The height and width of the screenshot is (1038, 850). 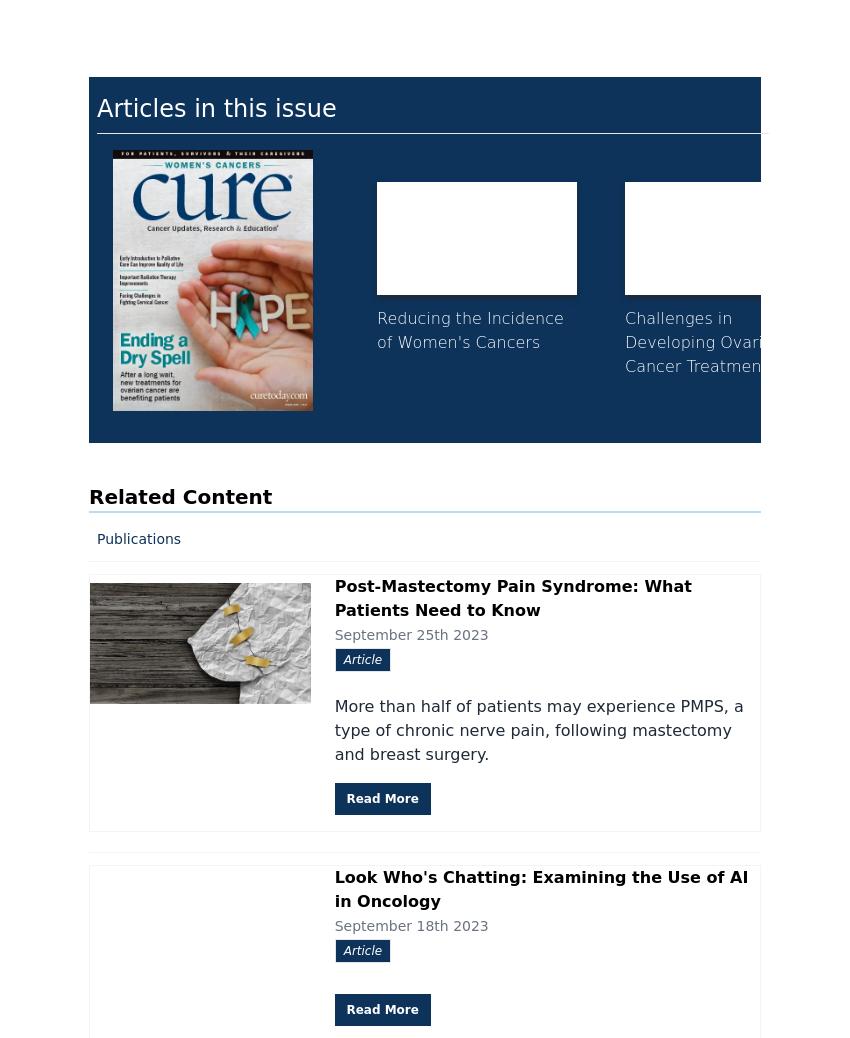 I want to click on 'Challenges in Developing Ovarian Cancer Treatments', so click(x=702, y=341).